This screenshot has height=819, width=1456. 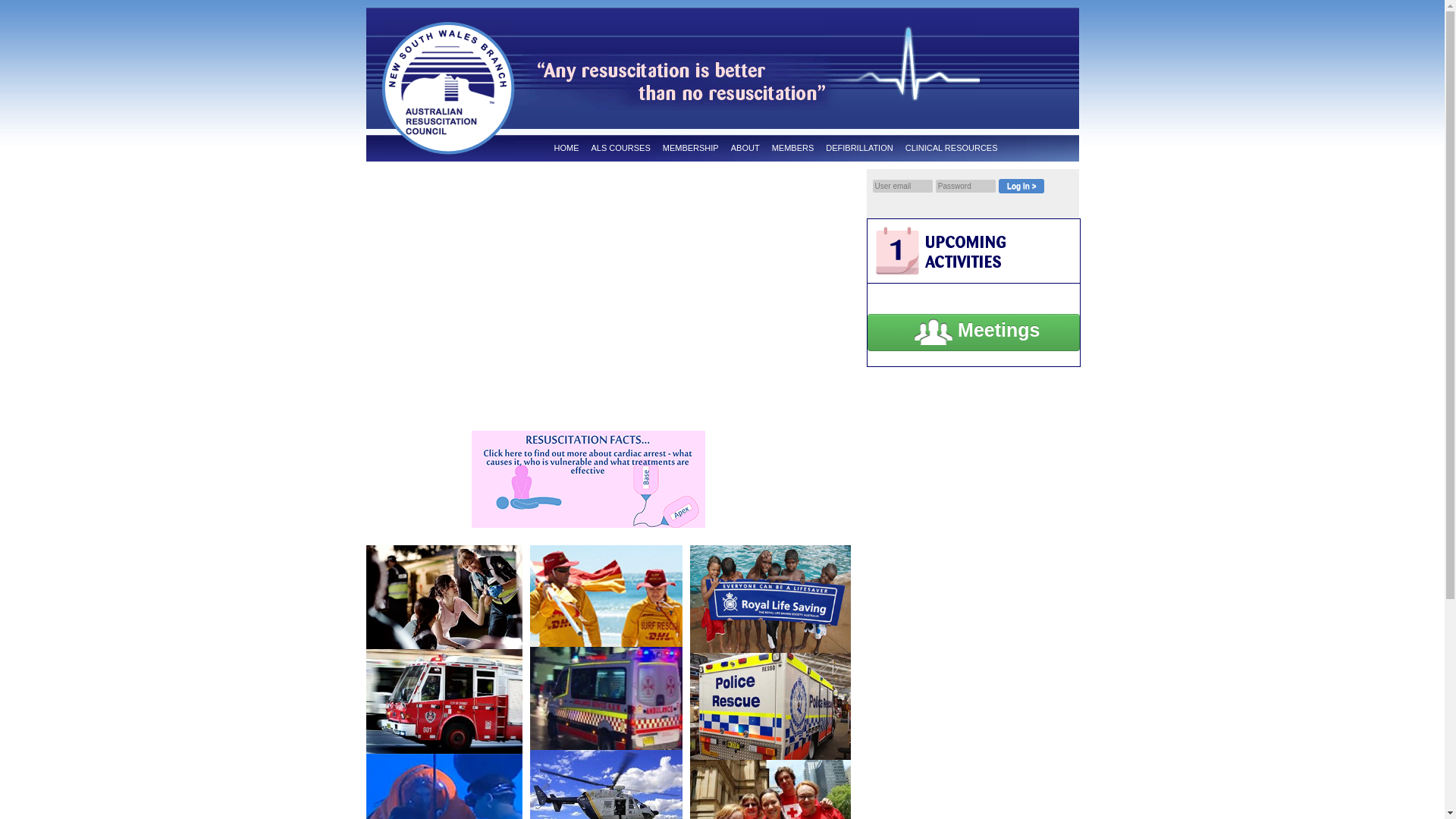 What do you see at coordinates (1021, 185) in the screenshot?
I see `'Log In >'` at bounding box center [1021, 185].